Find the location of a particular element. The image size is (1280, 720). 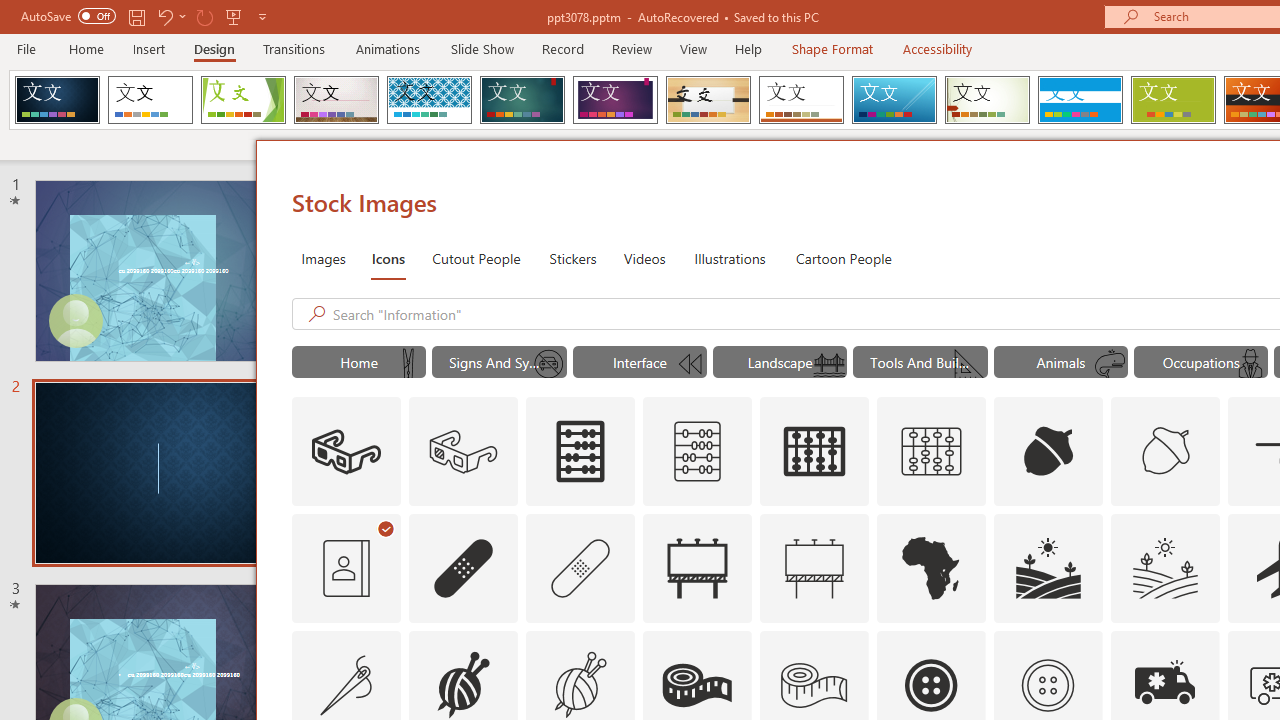

'Slice' is located at coordinates (893, 100).